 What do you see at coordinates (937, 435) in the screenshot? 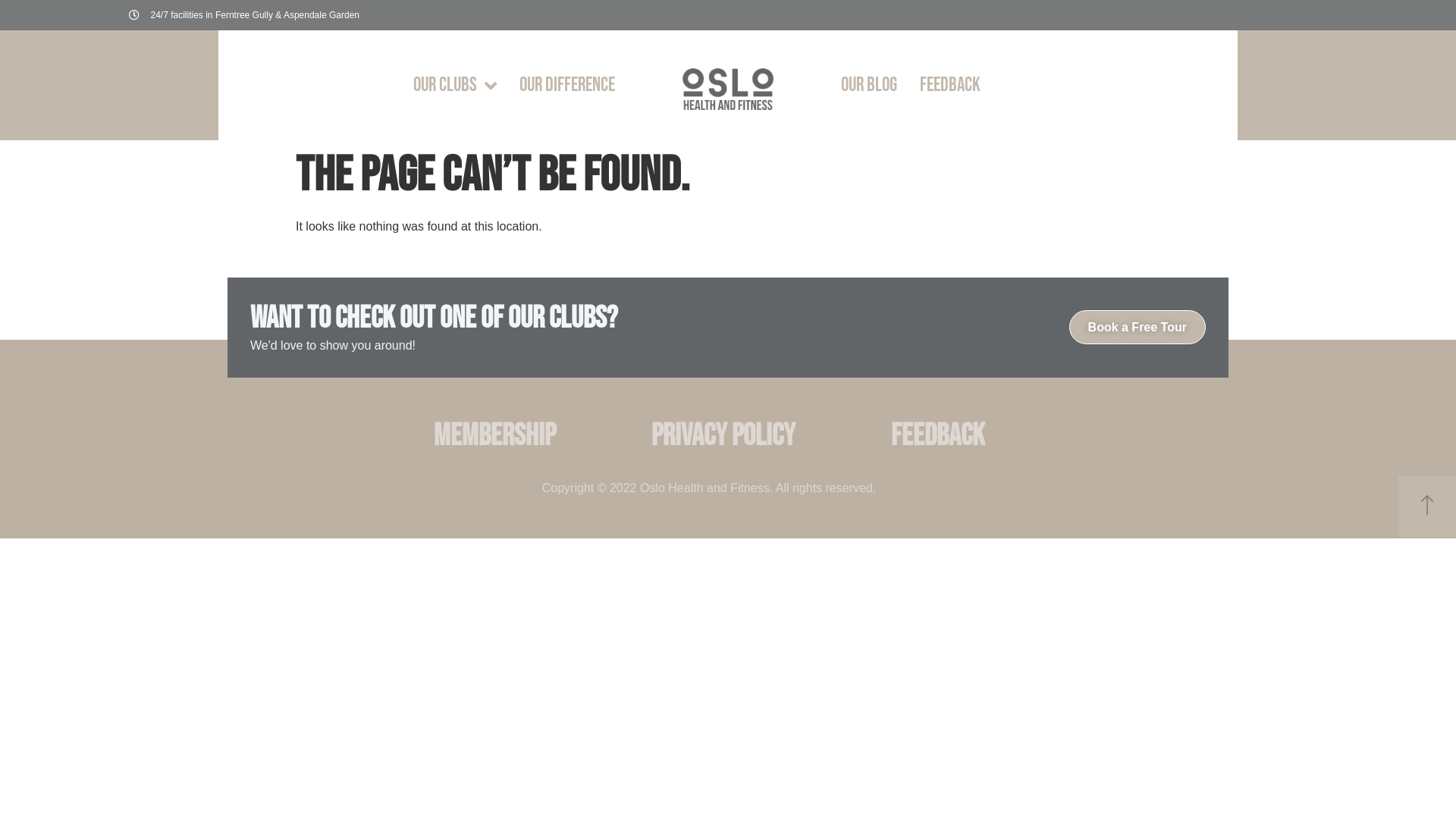
I see `'Feedback'` at bounding box center [937, 435].